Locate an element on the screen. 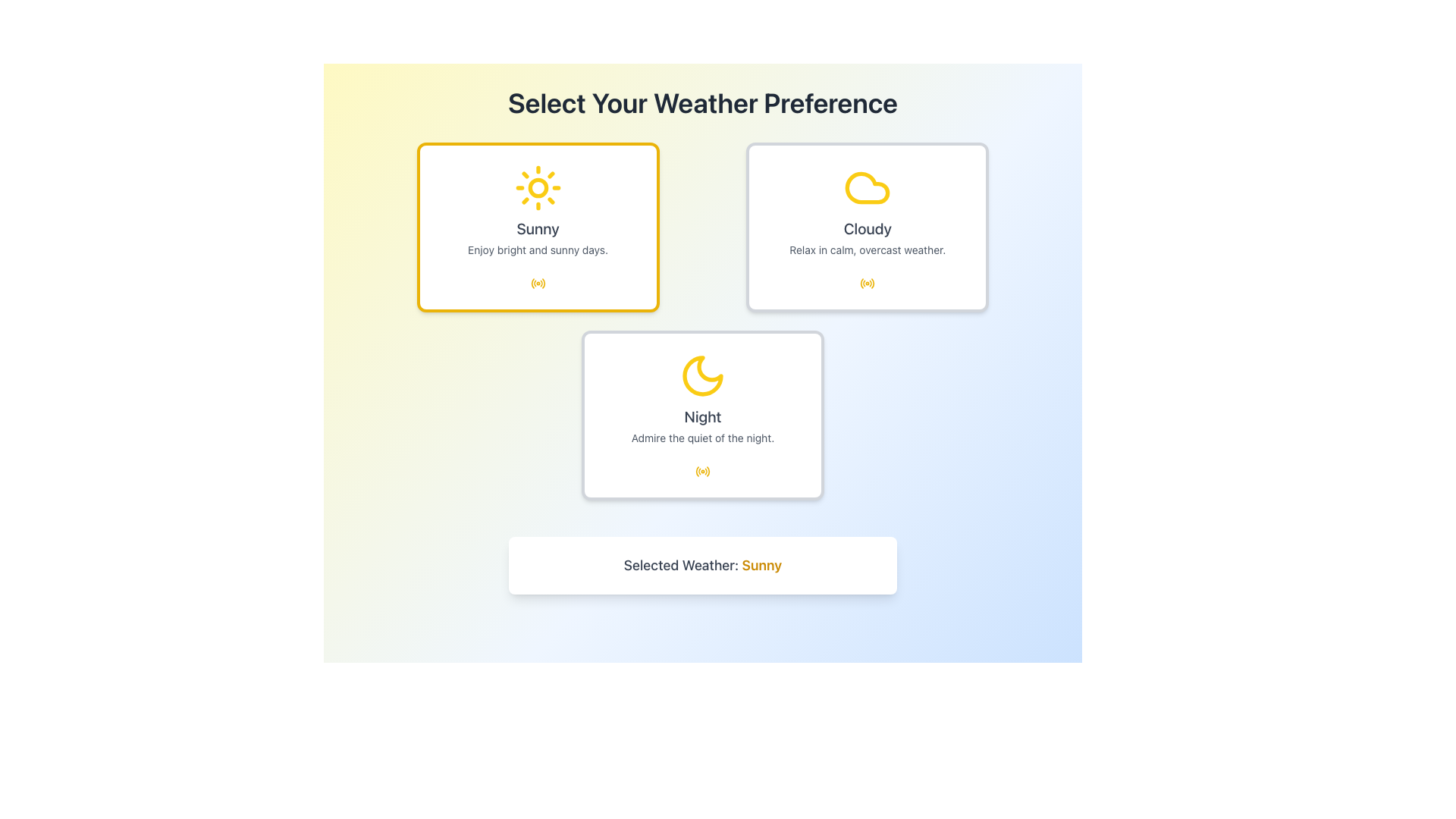 The height and width of the screenshot is (819, 1456). the 'Cloudy' text heading element, which is displayed in a medium gray font and positioned centrally within the 'Cloudy' weather option card is located at coordinates (868, 228).